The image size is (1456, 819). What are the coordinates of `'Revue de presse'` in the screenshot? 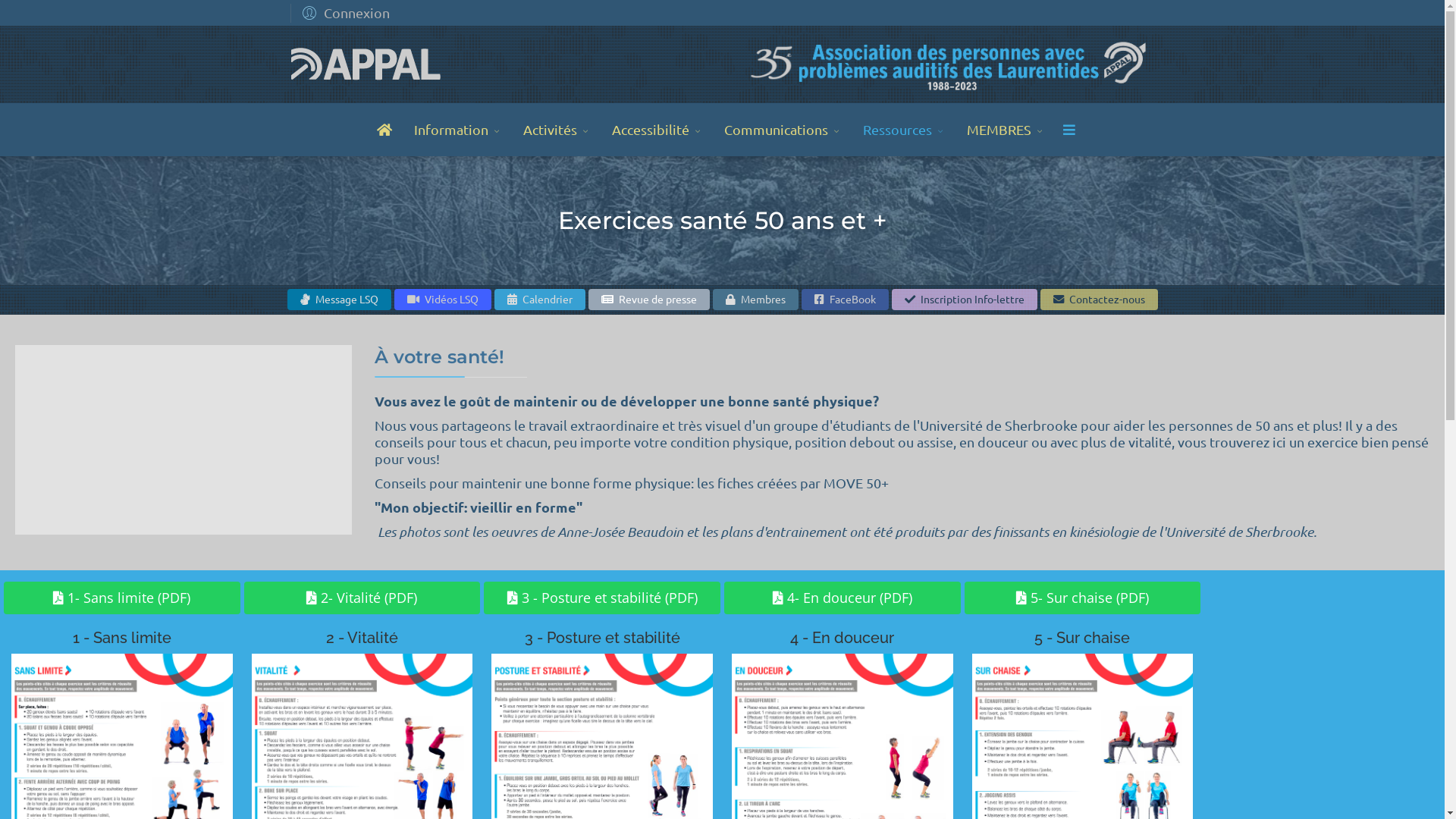 It's located at (648, 299).